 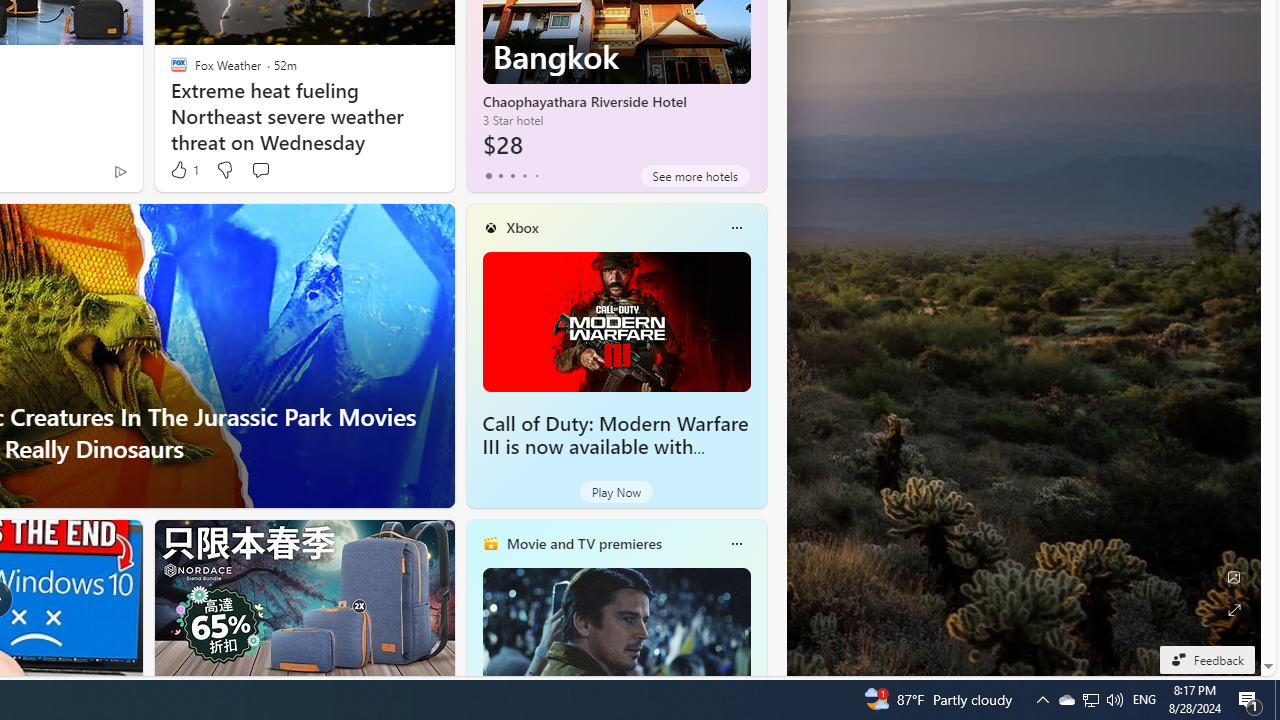 I want to click on 'See more hotels', so click(x=695, y=175).